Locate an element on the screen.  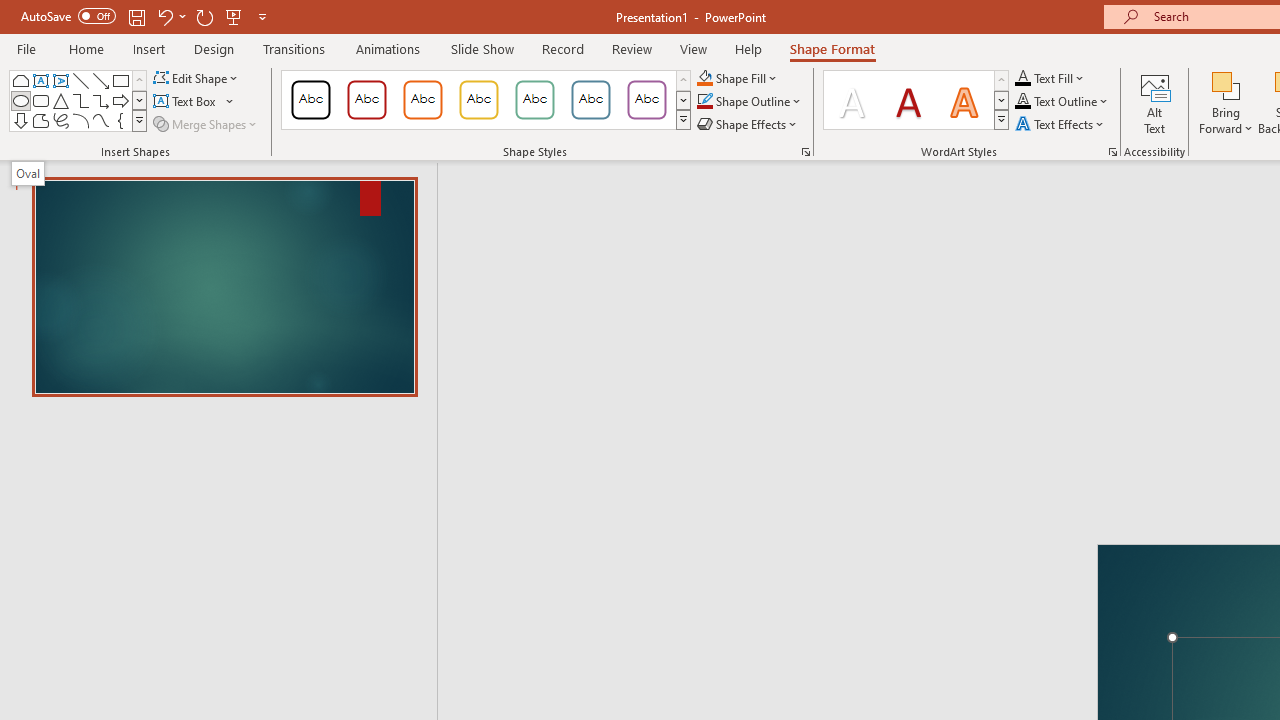
'Shape Outline No Outline' is located at coordinates (704, 101).